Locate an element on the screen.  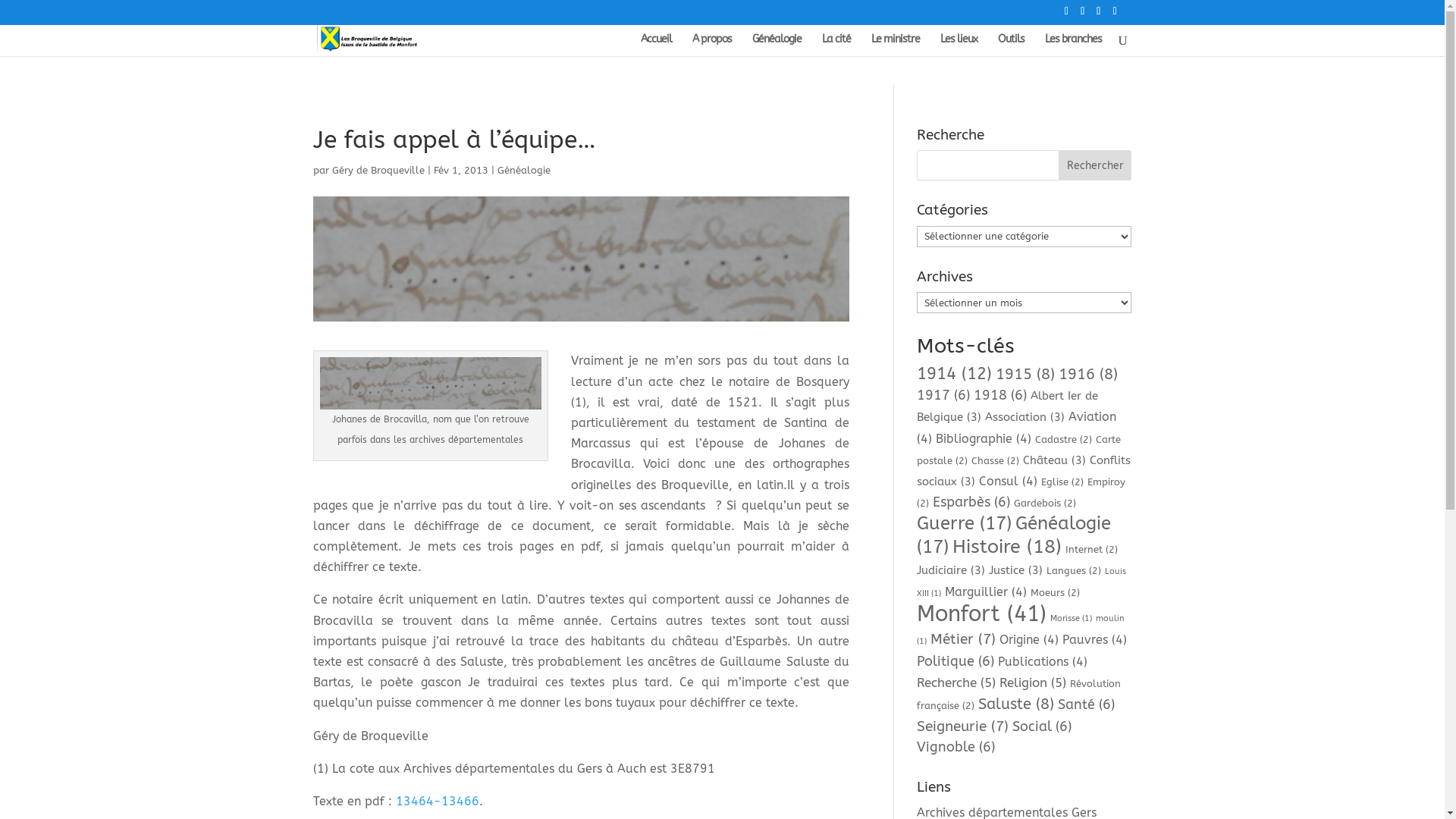
'Aviation (4)' is located at coordinates (1016, 427).